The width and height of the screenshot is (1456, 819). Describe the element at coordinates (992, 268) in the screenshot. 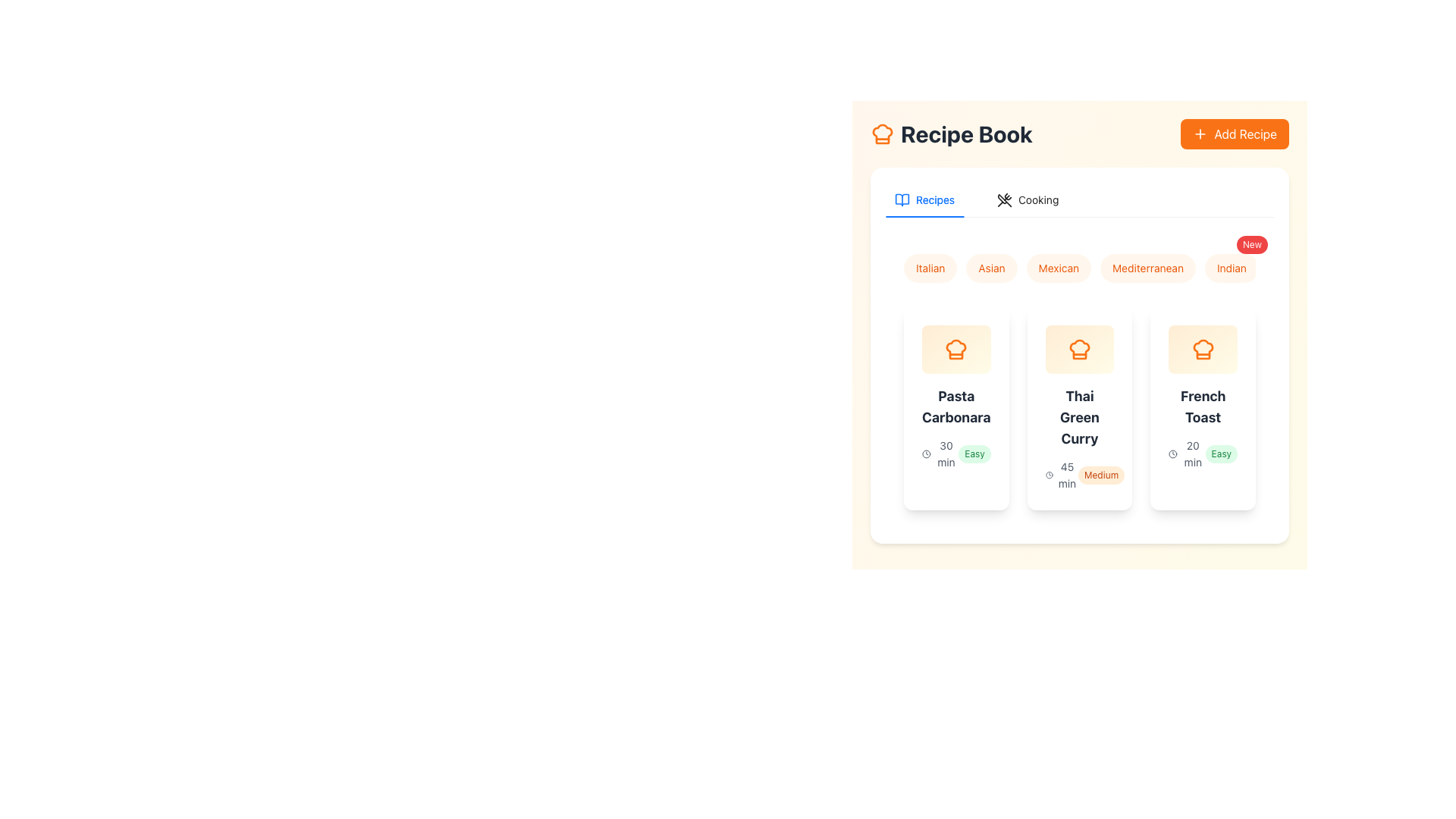

I see `the second button from the left in the horizontally scrollable list of cuisine options to filter recipes by Asian cuisine` at that location.